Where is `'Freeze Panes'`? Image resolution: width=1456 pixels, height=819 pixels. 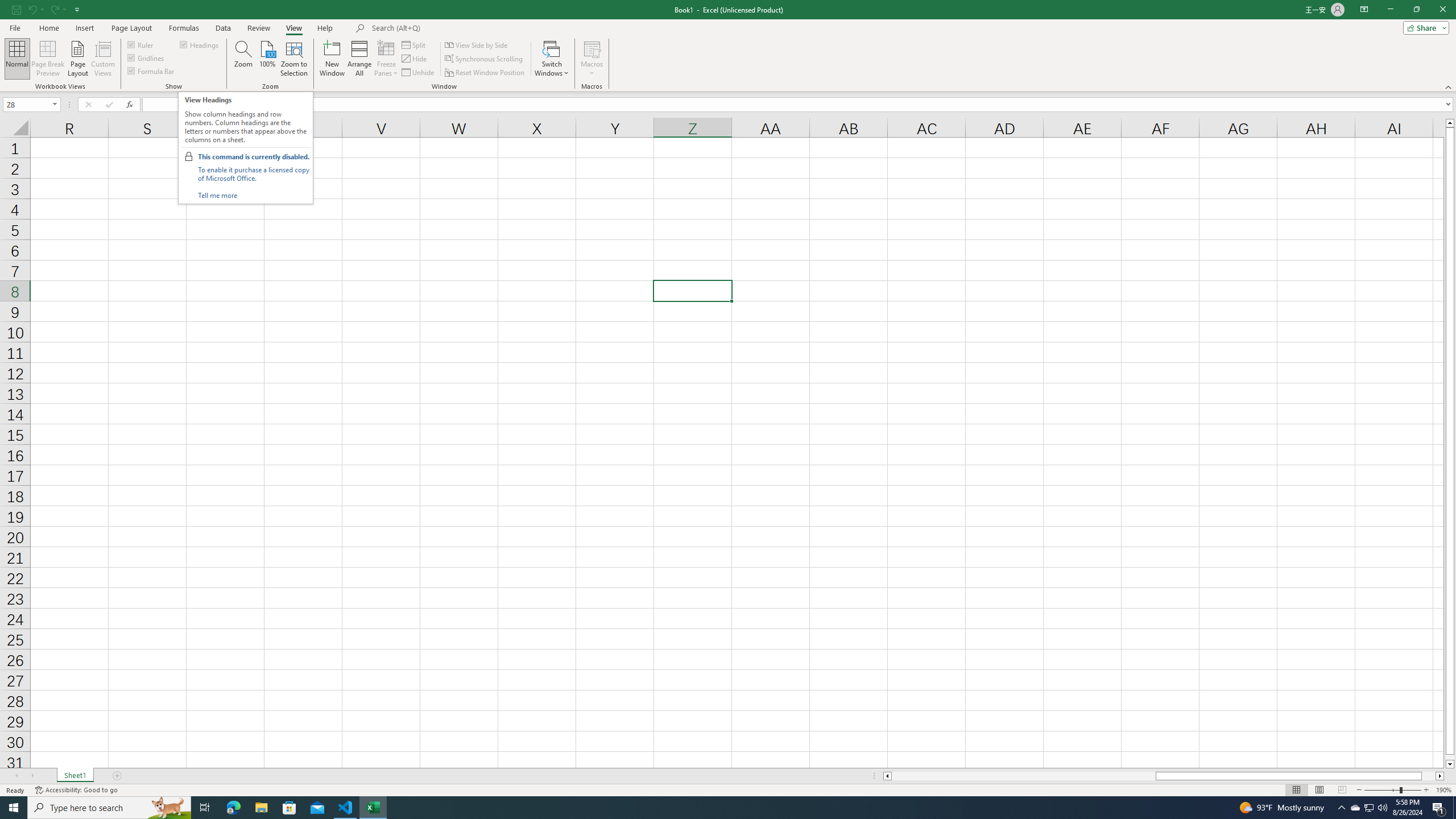
'Freeze Panes' is located at coordinates (386, 59).